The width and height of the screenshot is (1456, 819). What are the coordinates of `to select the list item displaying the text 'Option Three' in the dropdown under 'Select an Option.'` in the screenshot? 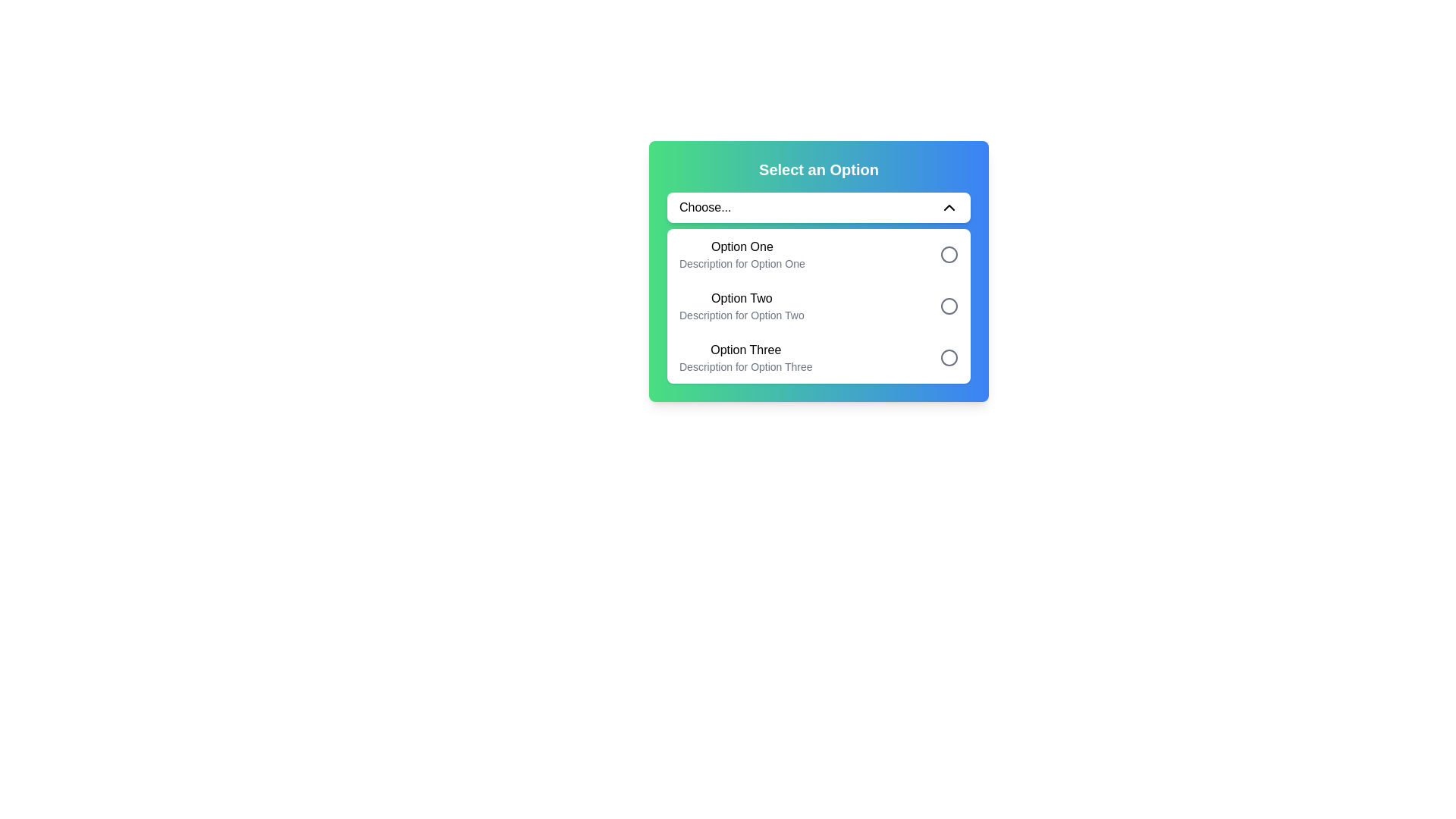 It's located at (745, 350).